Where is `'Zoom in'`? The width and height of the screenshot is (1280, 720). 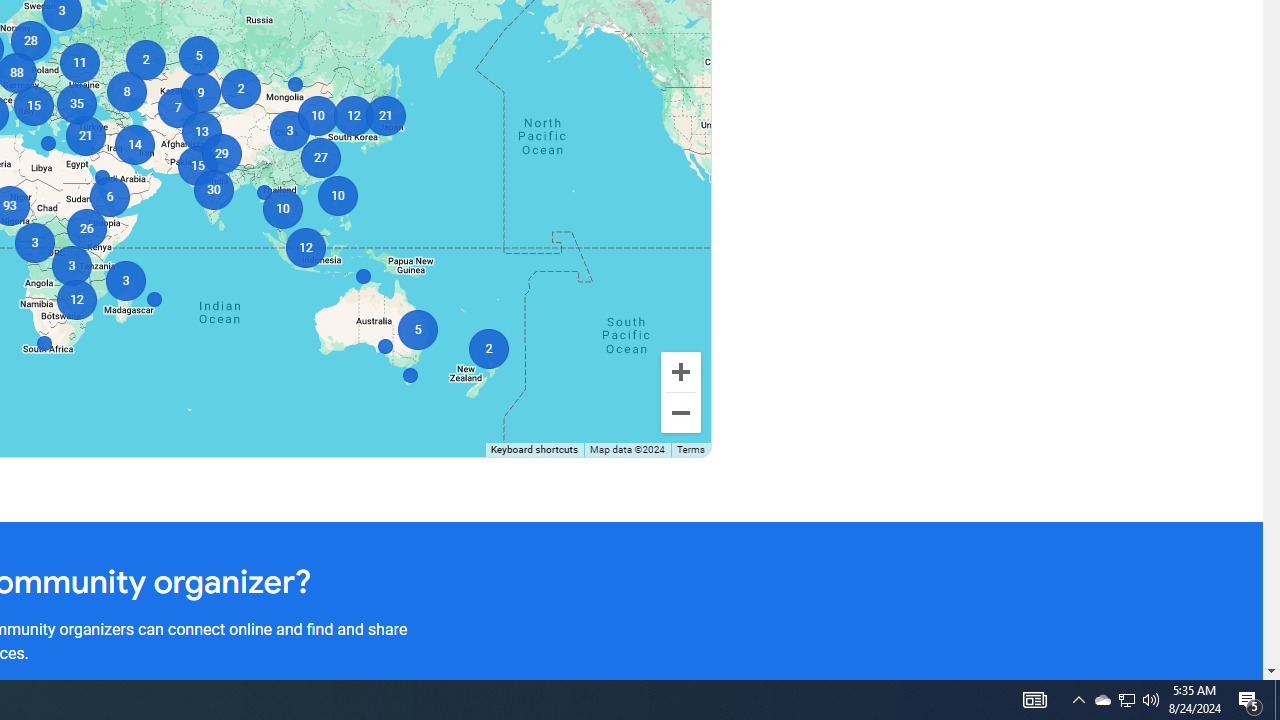 'Zoom in' is located at coordinates (680, 371).